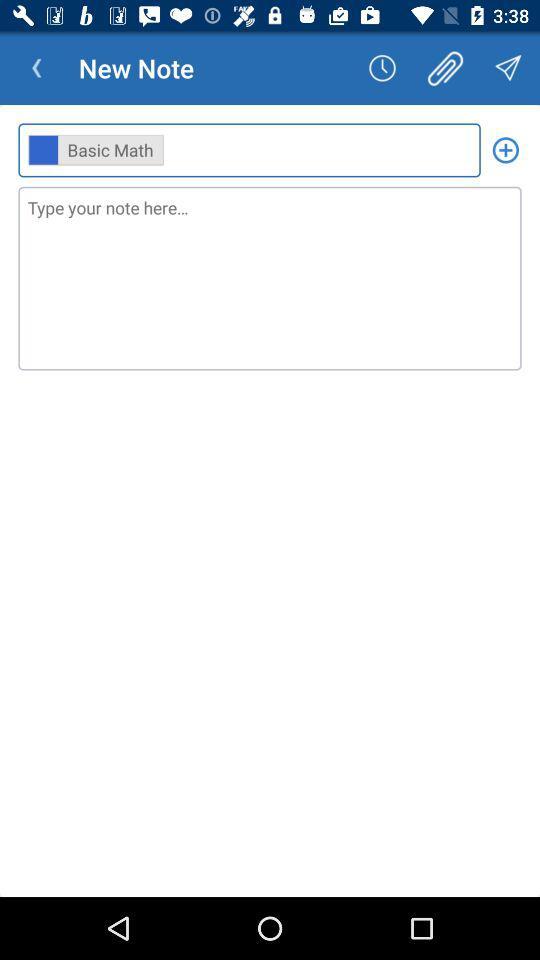 Image resolution: width=540 pixels, height=960 pixels. Describe the element at coordinates (504, 149) in the screenshot. I see `the icon next to ,,` at that location.